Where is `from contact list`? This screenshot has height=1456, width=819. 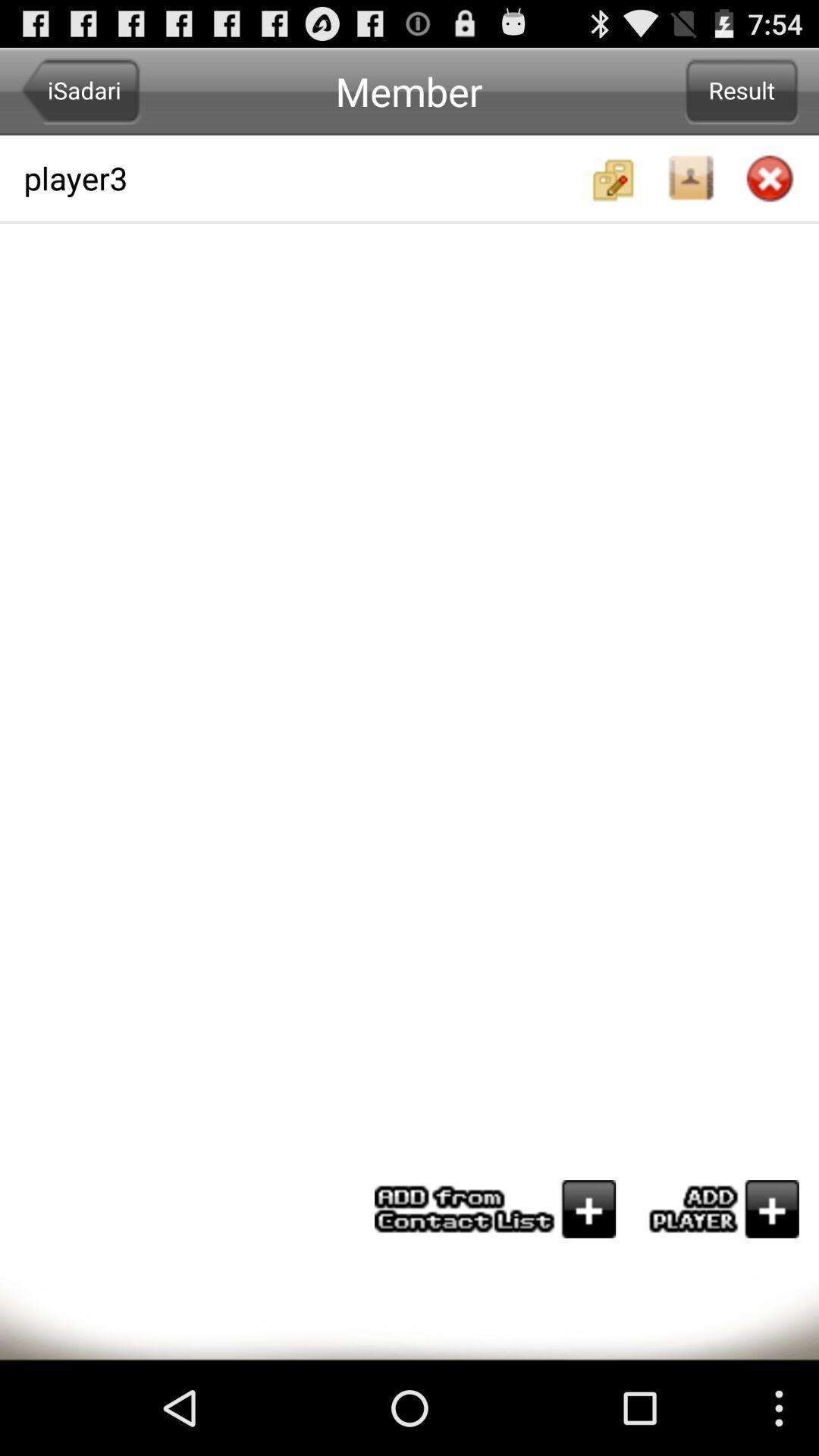
from contact list is located at coordinates (495, 1208).